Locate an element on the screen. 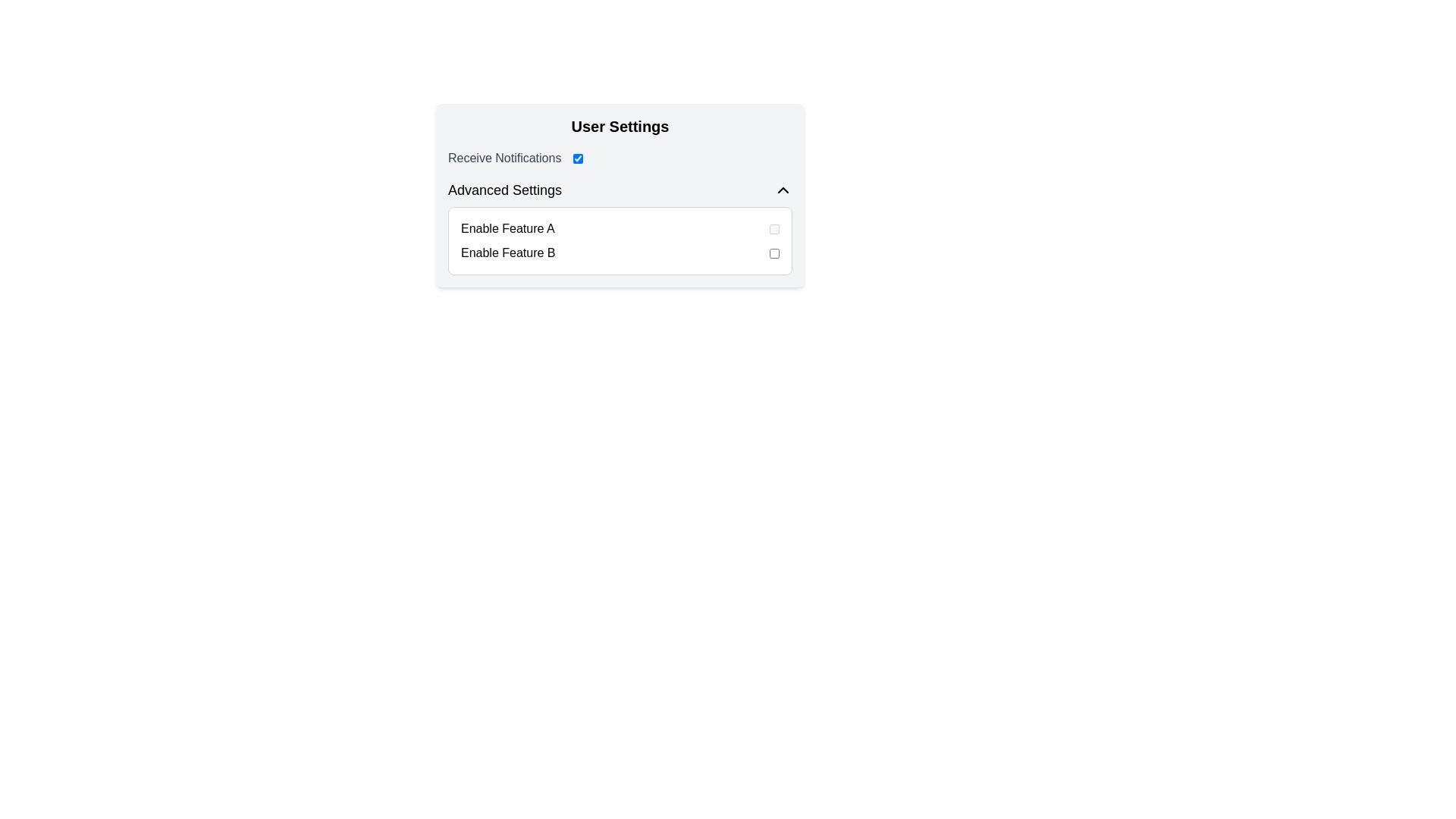 The height and width of the screenshot is (819, 1456). the collapse button in the 'Advanced Settings' section is located at coordinates (783, 189).